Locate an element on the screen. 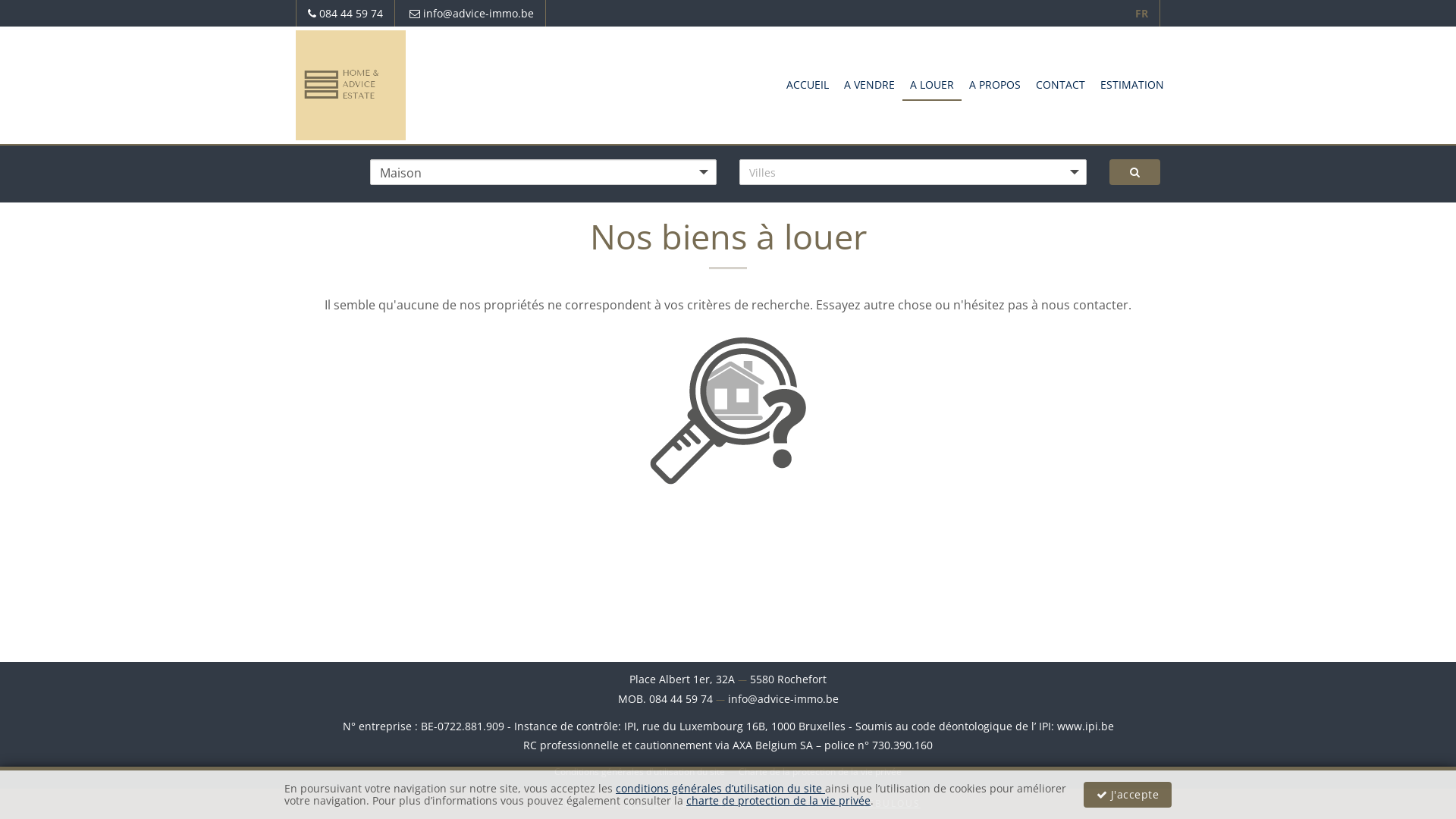 The width and height of the screenshot is (1456, 819). 'CONTACT' is located at coordinates (1059, 83).